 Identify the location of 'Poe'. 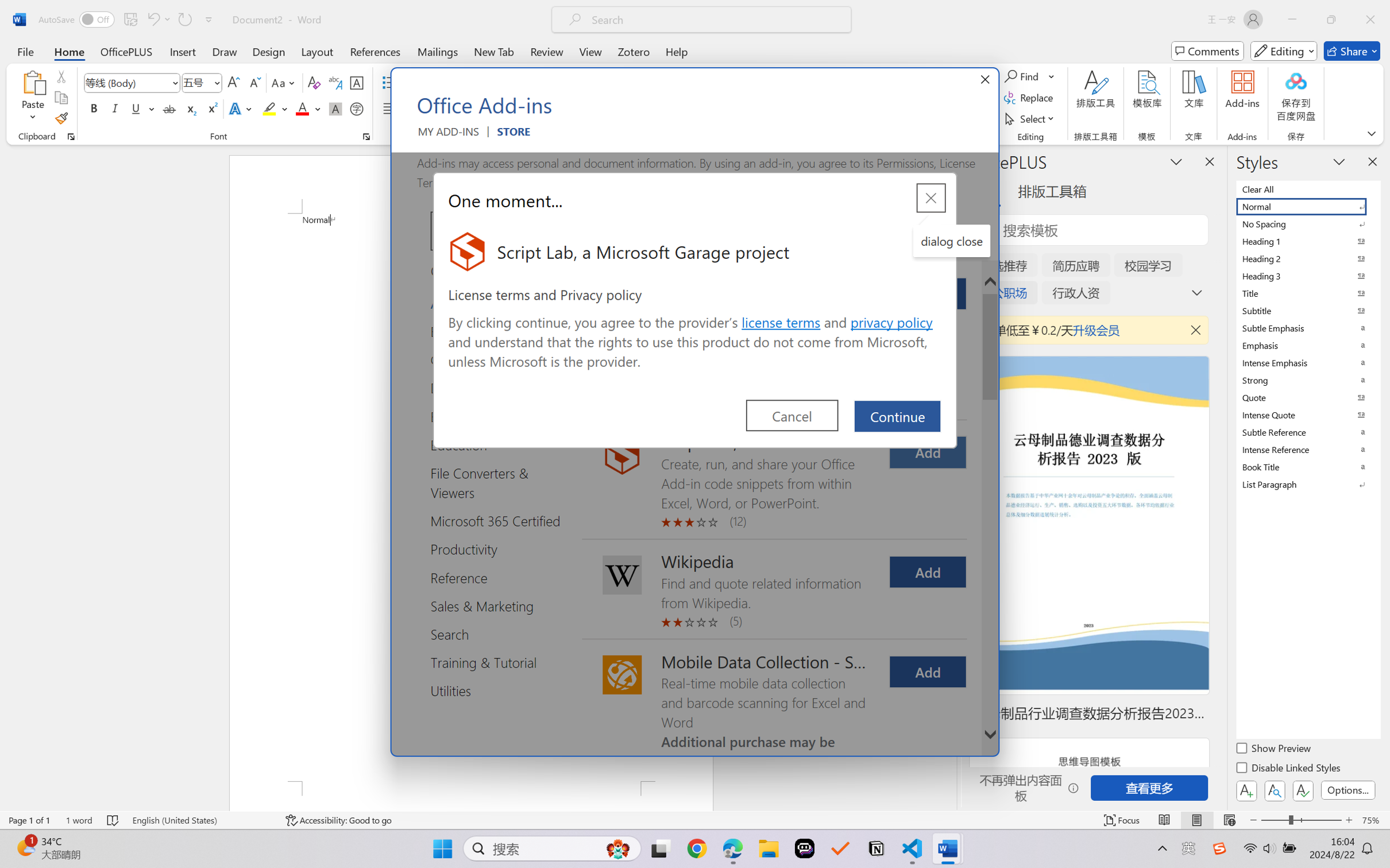
(804, 848).